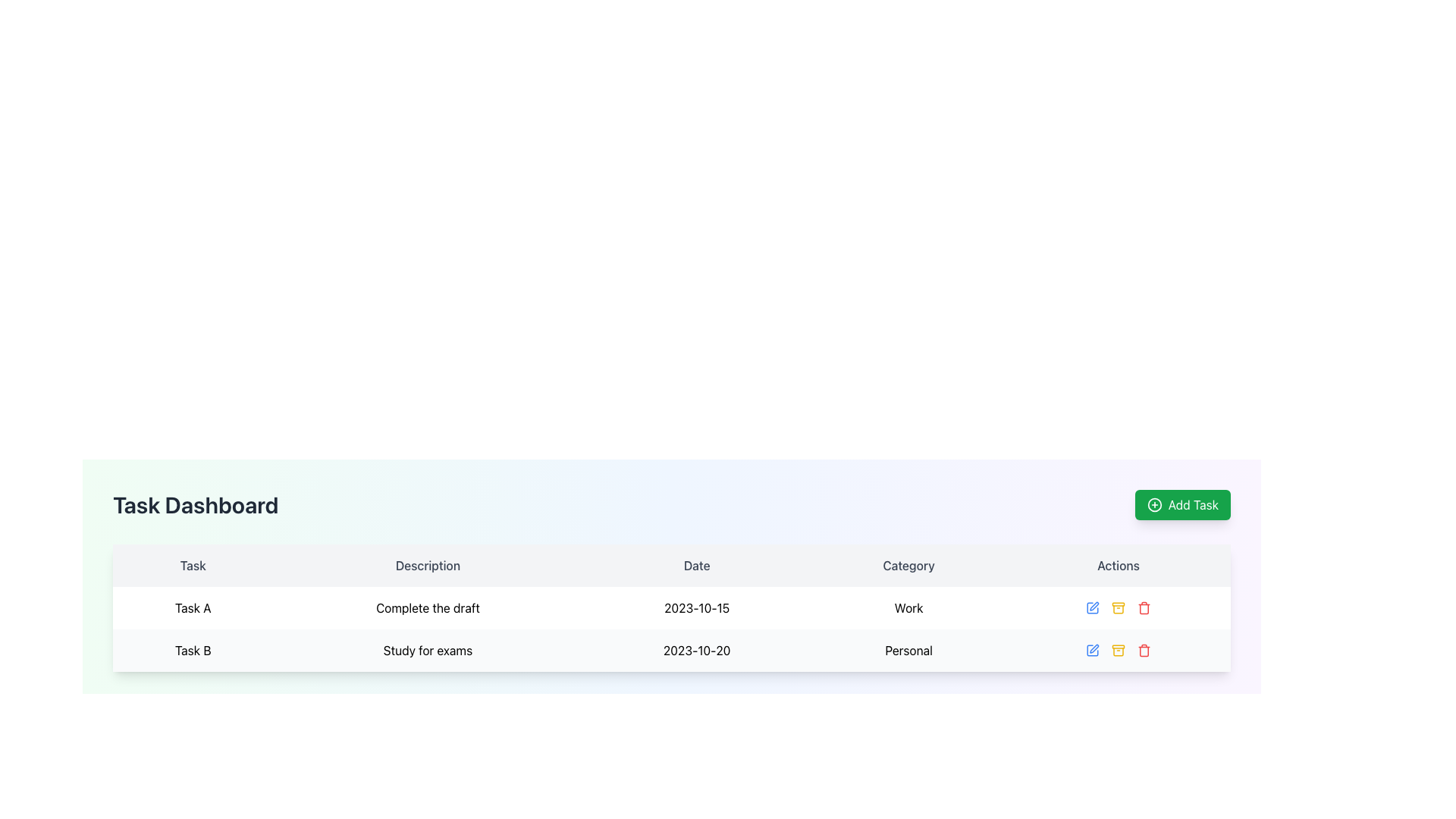 The width and height of the screenshot is (1456, 819). I want to click on the circular green icon with a plus sign inside, which is part of the 'Add Task' button, so click(1153, 505).